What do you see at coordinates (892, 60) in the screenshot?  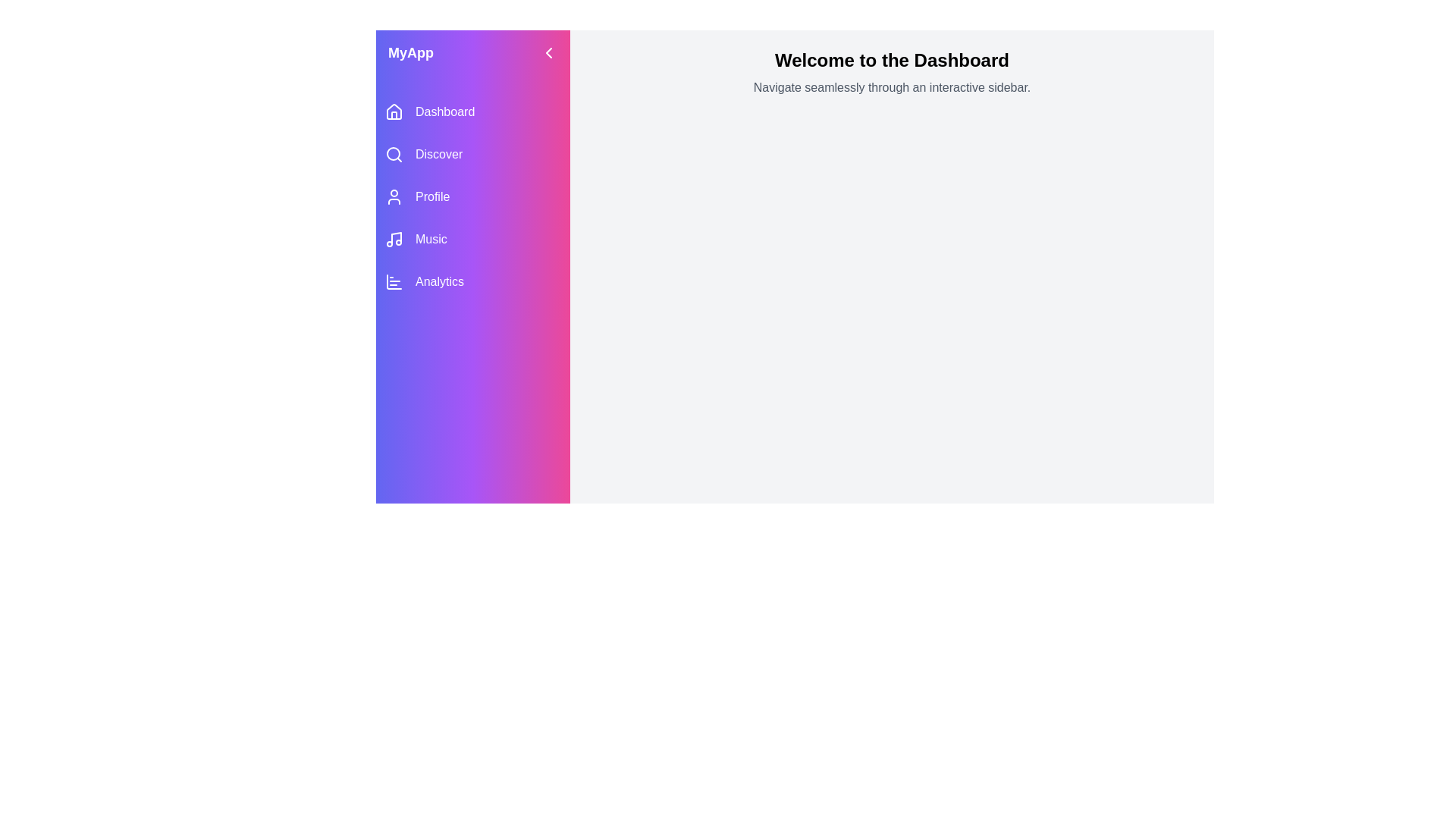 I see `the welcoming message in the main content area` at bounding box center [892, 60].